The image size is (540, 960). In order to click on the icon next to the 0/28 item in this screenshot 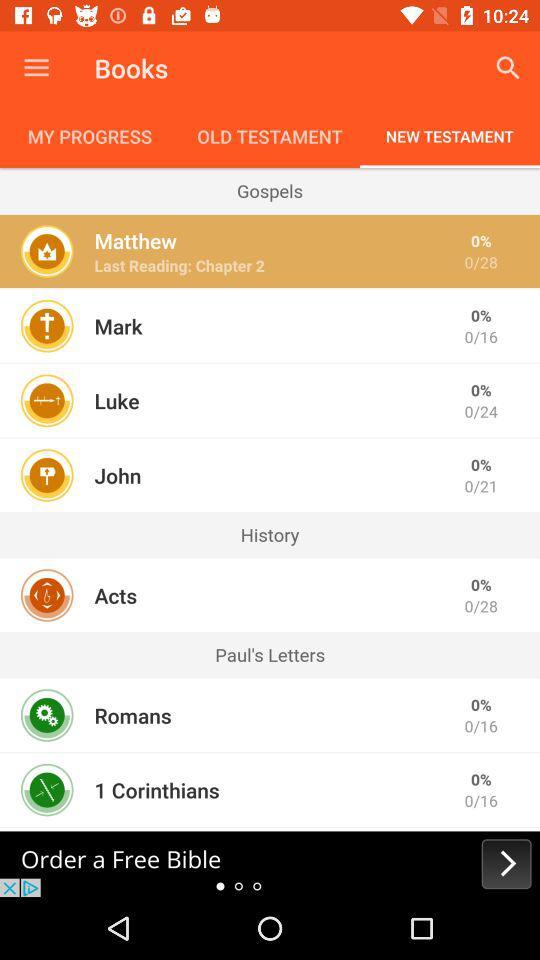, I will do `click(115, 595)`.